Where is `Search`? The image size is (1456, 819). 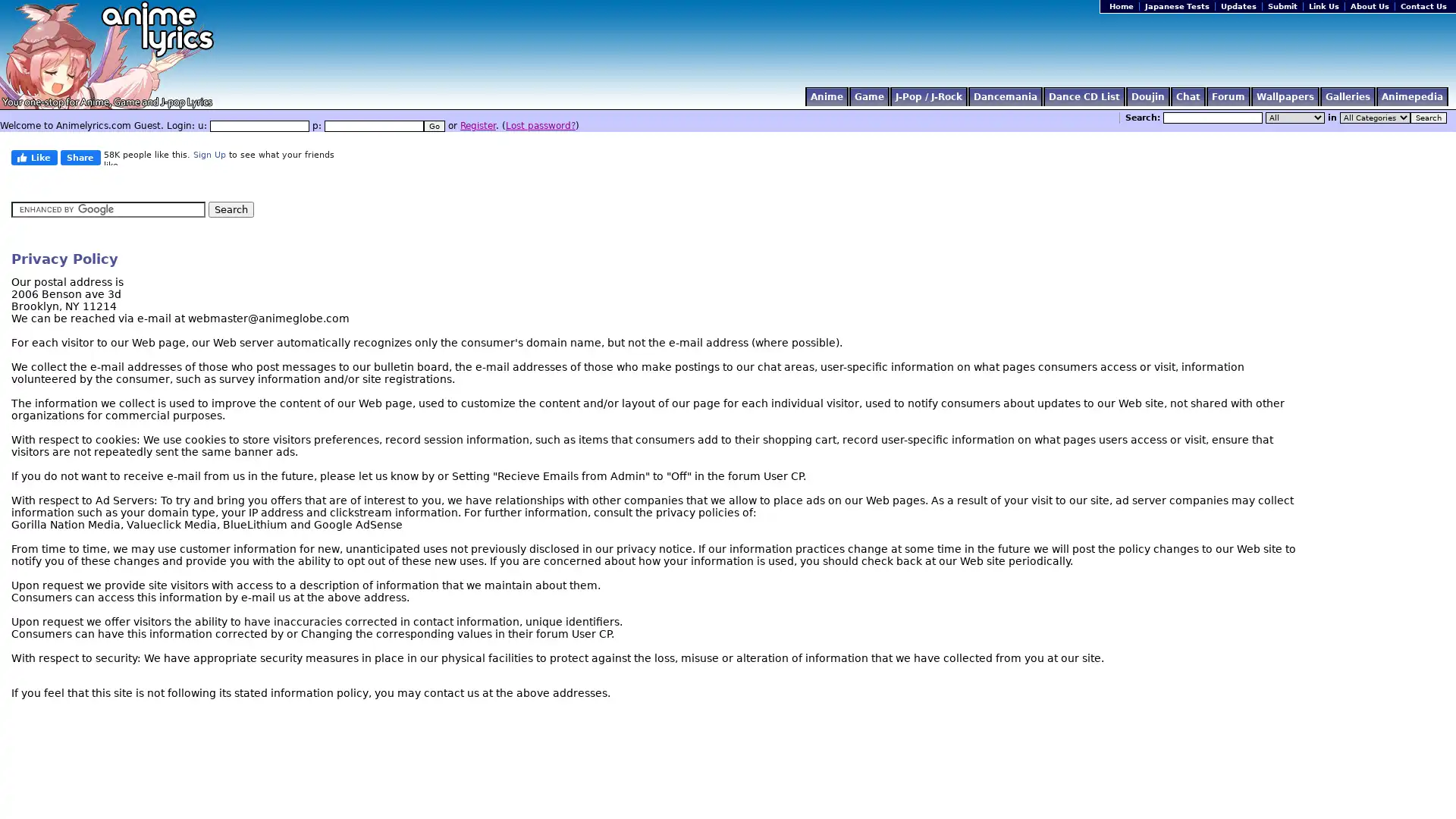
Search is located at coordinates (231, 209).